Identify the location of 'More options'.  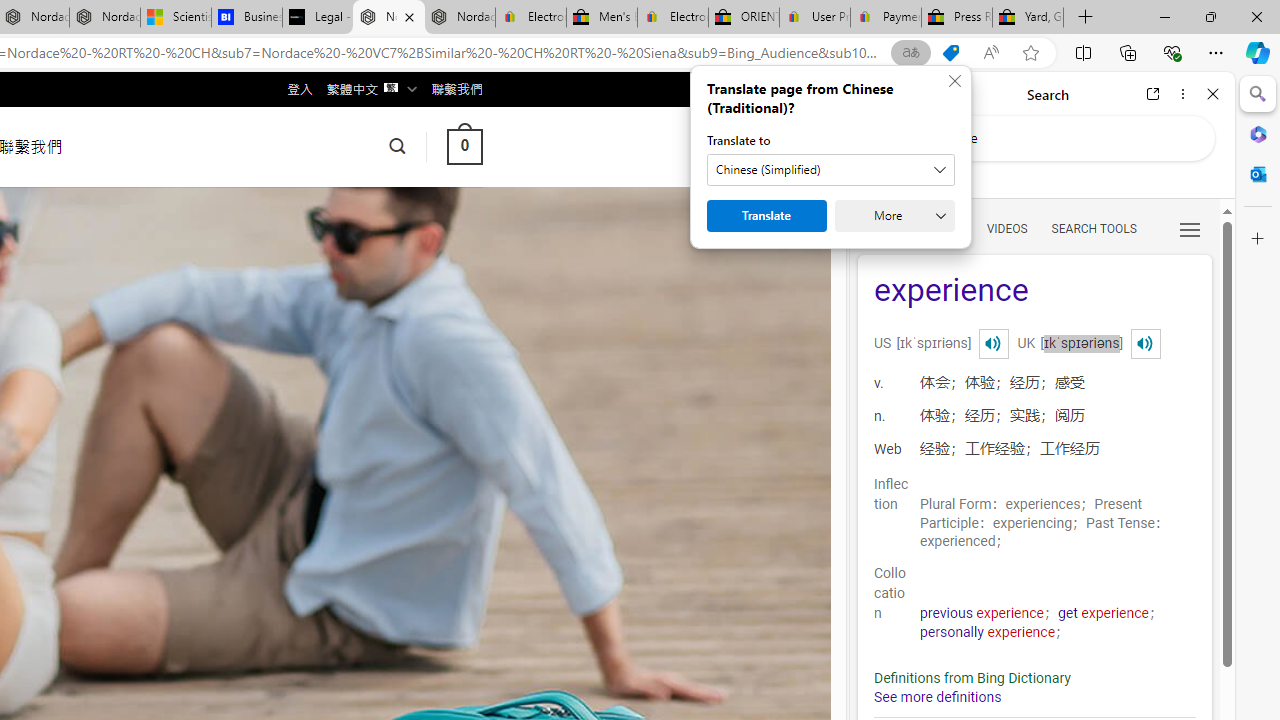
(1182, 93).